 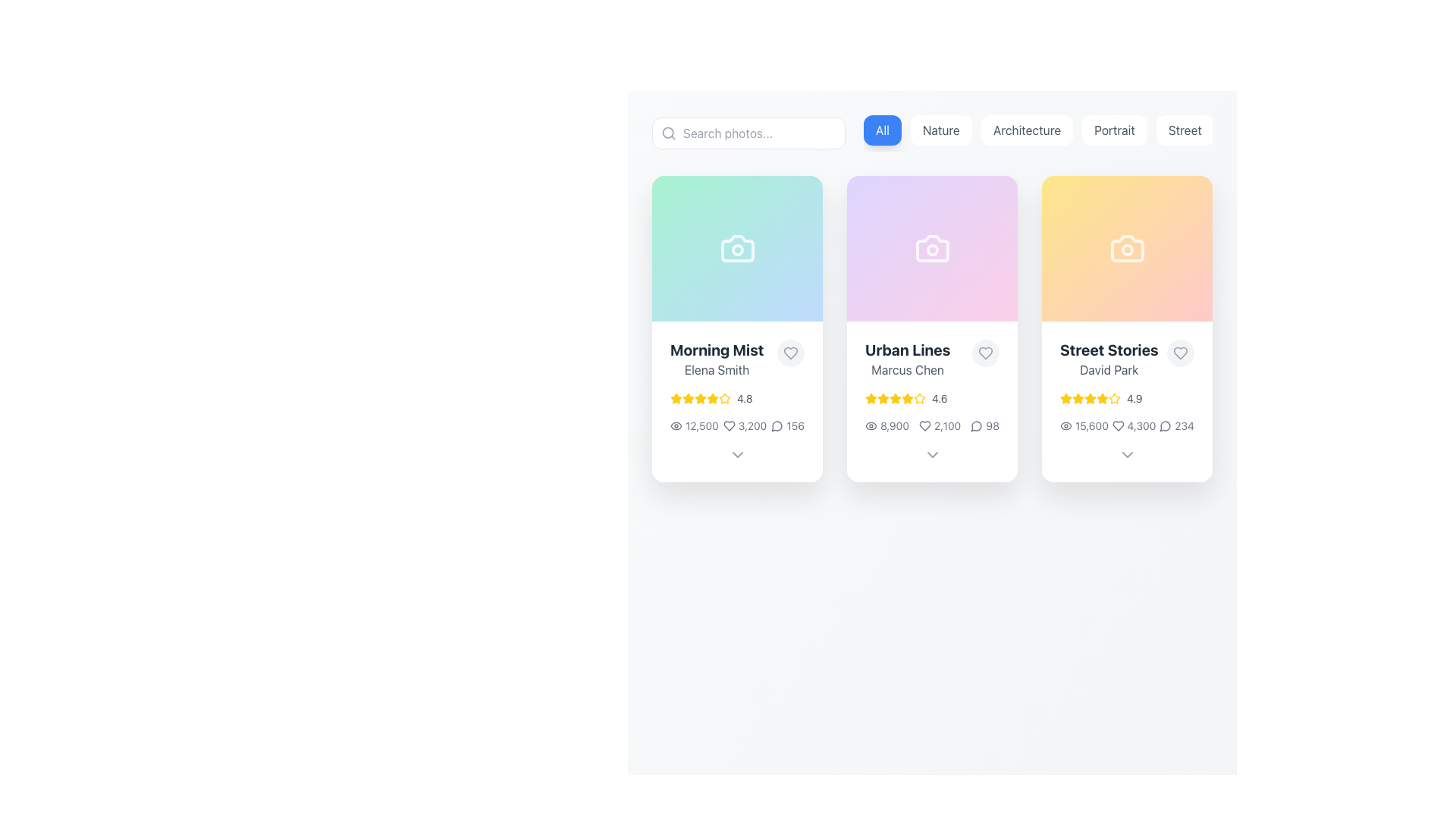 What do you see at coordinates (737, 400) in the screenshot?
I see `the star rating value of 4.8 displayed in the rectangular card titled 'Morning Mist', which is the leftmost card among three similar cards` at bounding box center [737, 400].